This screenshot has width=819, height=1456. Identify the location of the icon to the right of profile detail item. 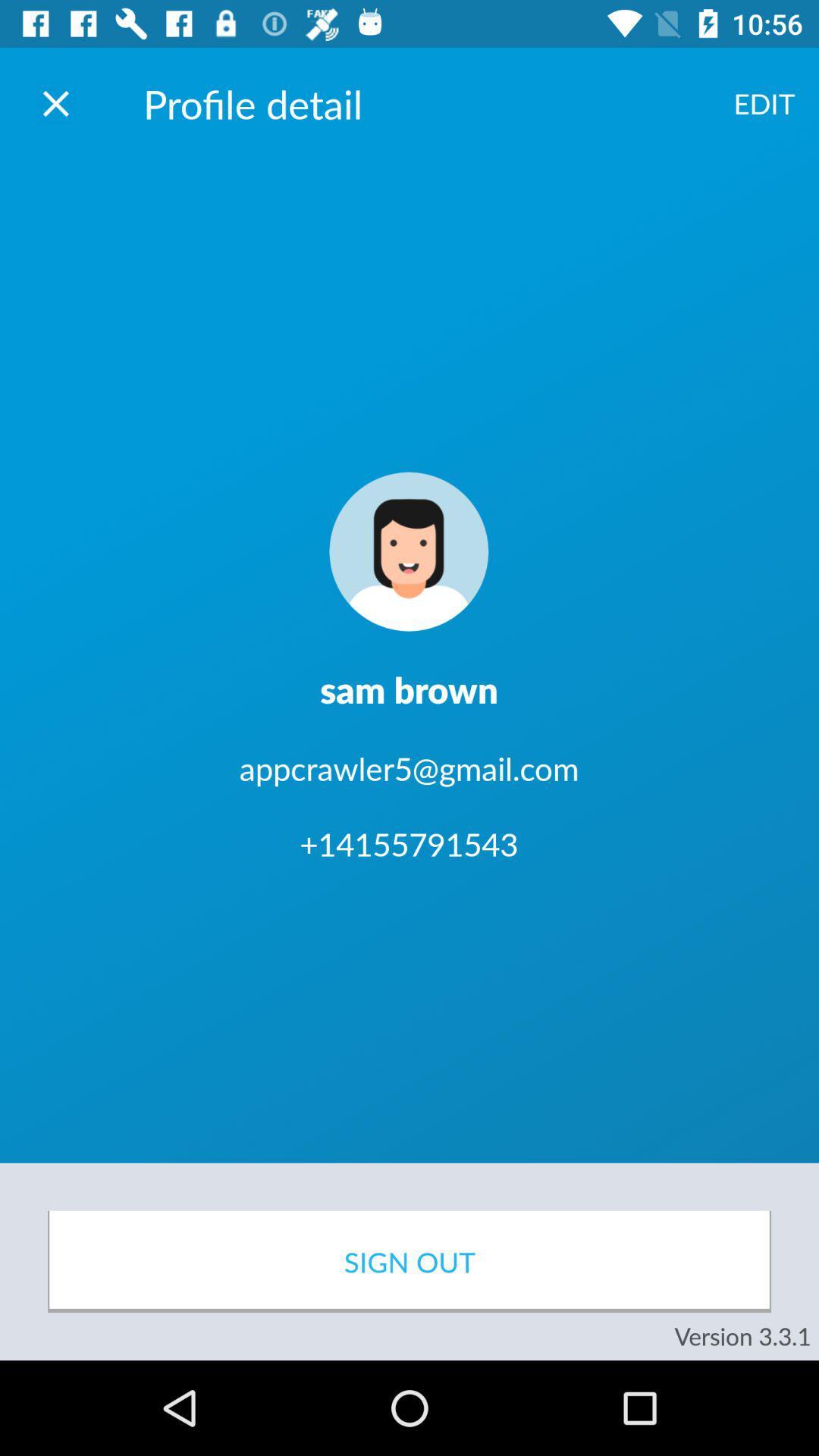
(764, 102).